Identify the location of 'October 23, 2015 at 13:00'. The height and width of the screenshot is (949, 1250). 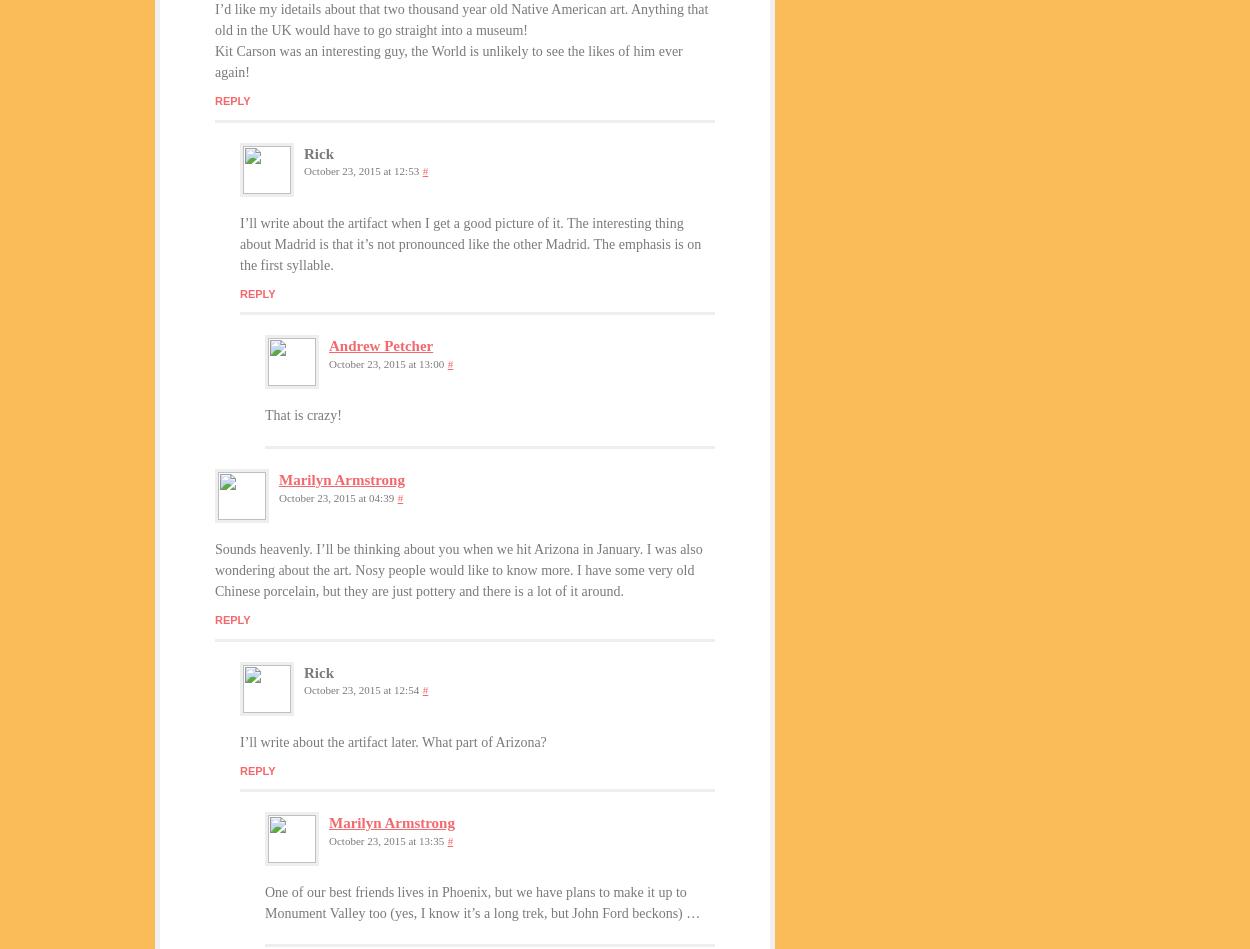
(386, 362).